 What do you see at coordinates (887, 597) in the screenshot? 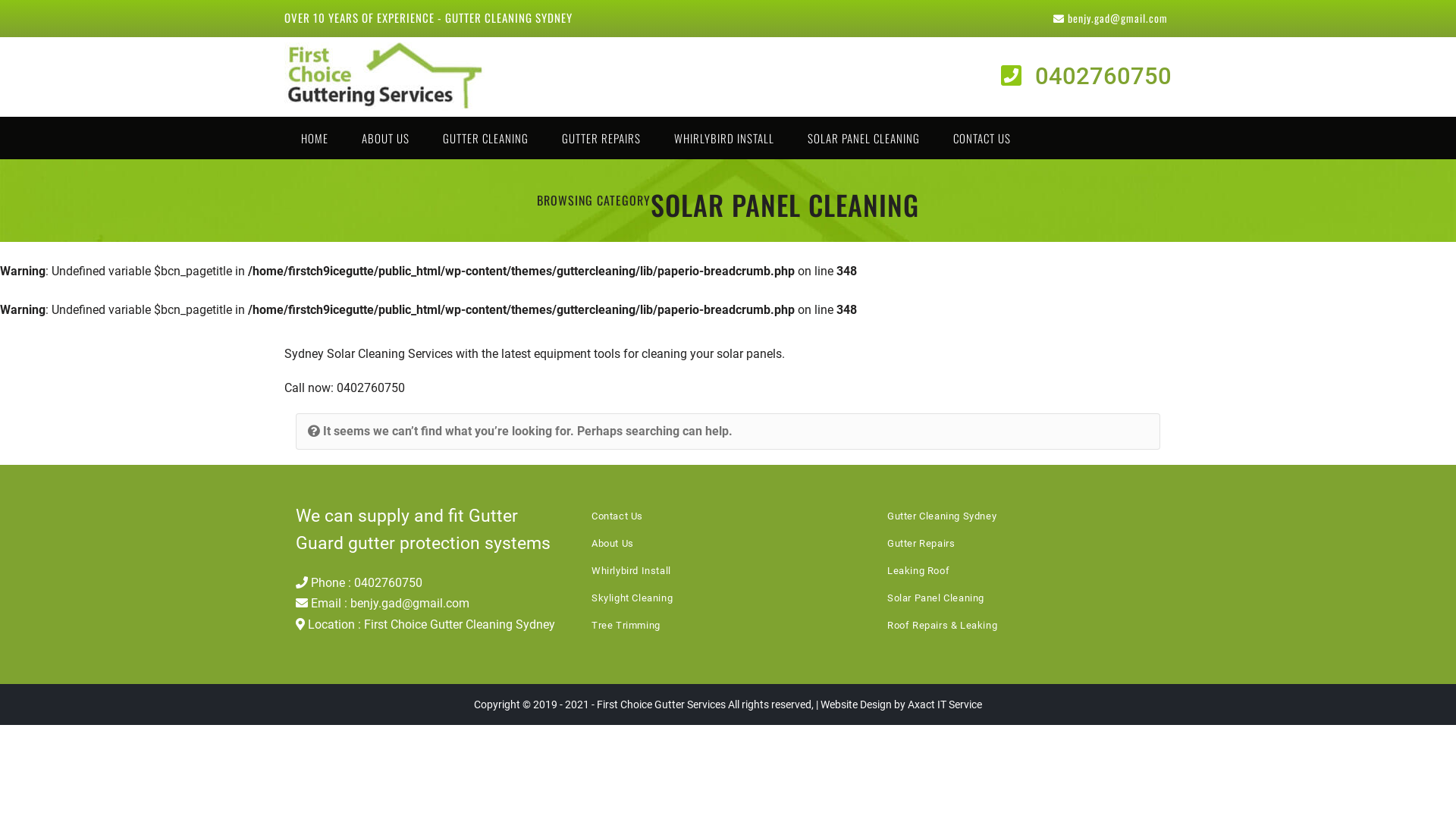
I see `'Solar Panel Cleaning'` at bounding box center [887, 597].